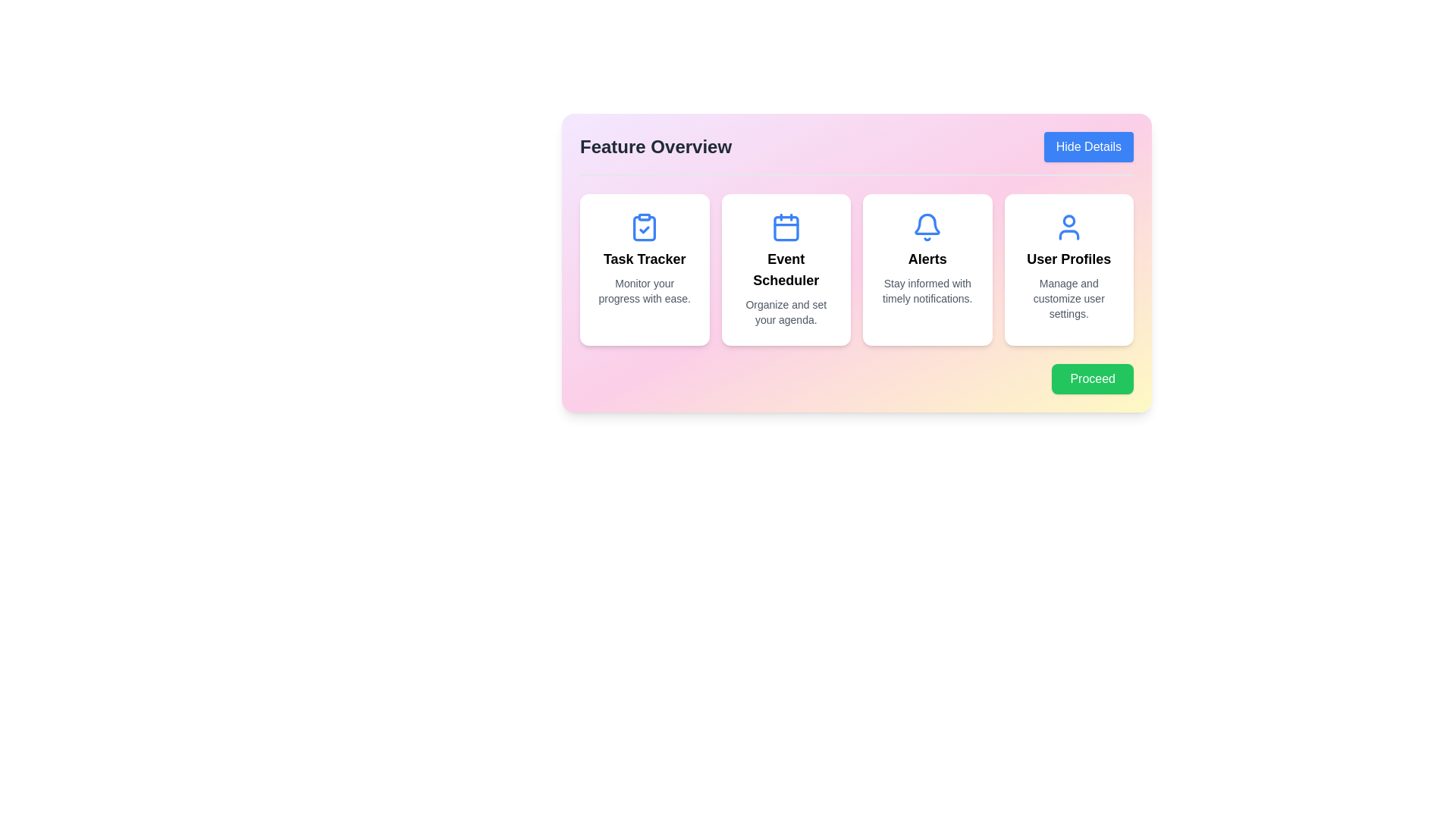 The height and width of the screenshot is (819, 1456). What do you see at coordinates (927, 268) in the screenshot?
I see `the Alerts feature card` at bounding box center [927, 268].